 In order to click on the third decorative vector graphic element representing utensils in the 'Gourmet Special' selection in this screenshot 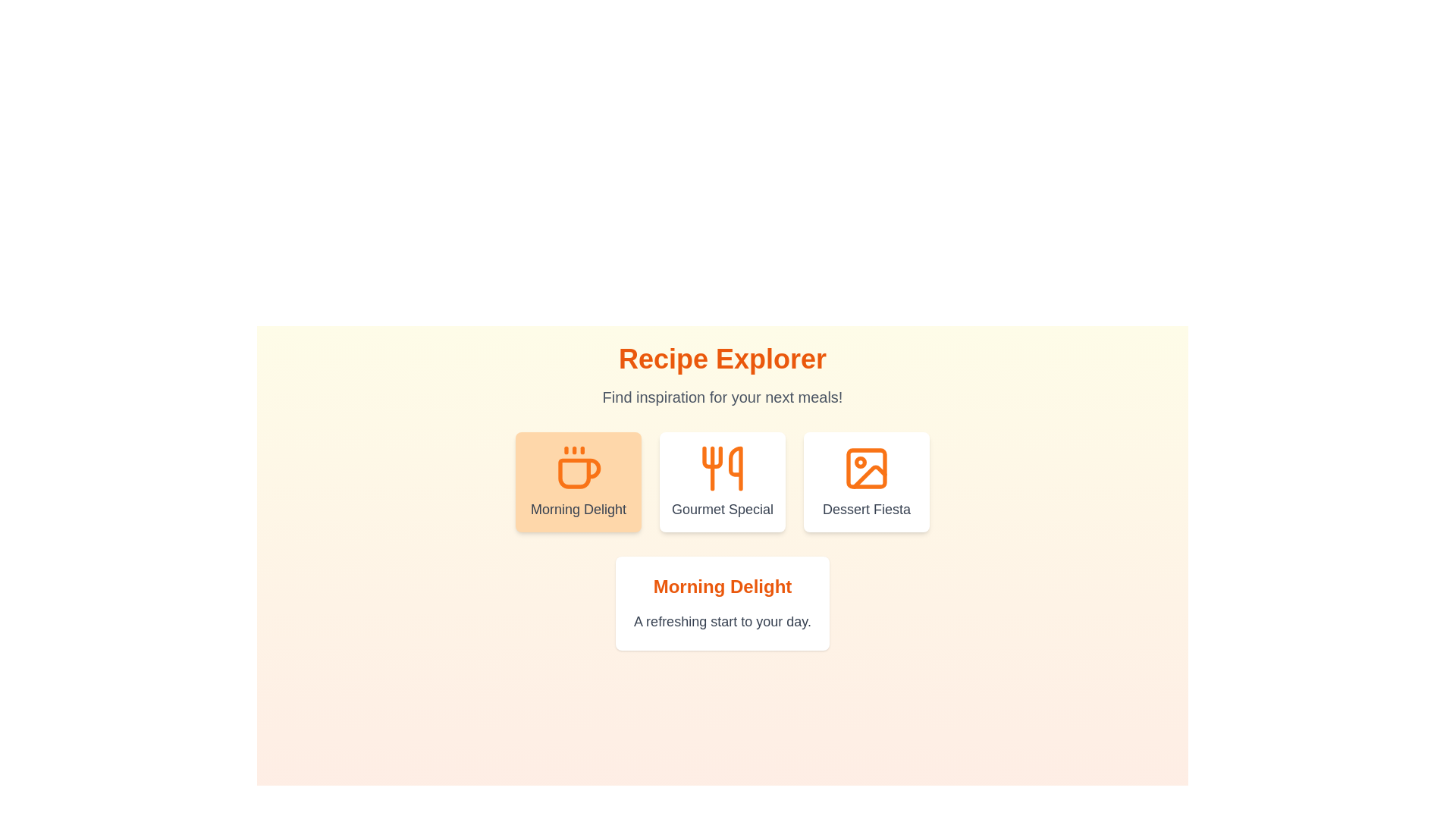, I will do `click(736, 467)`.